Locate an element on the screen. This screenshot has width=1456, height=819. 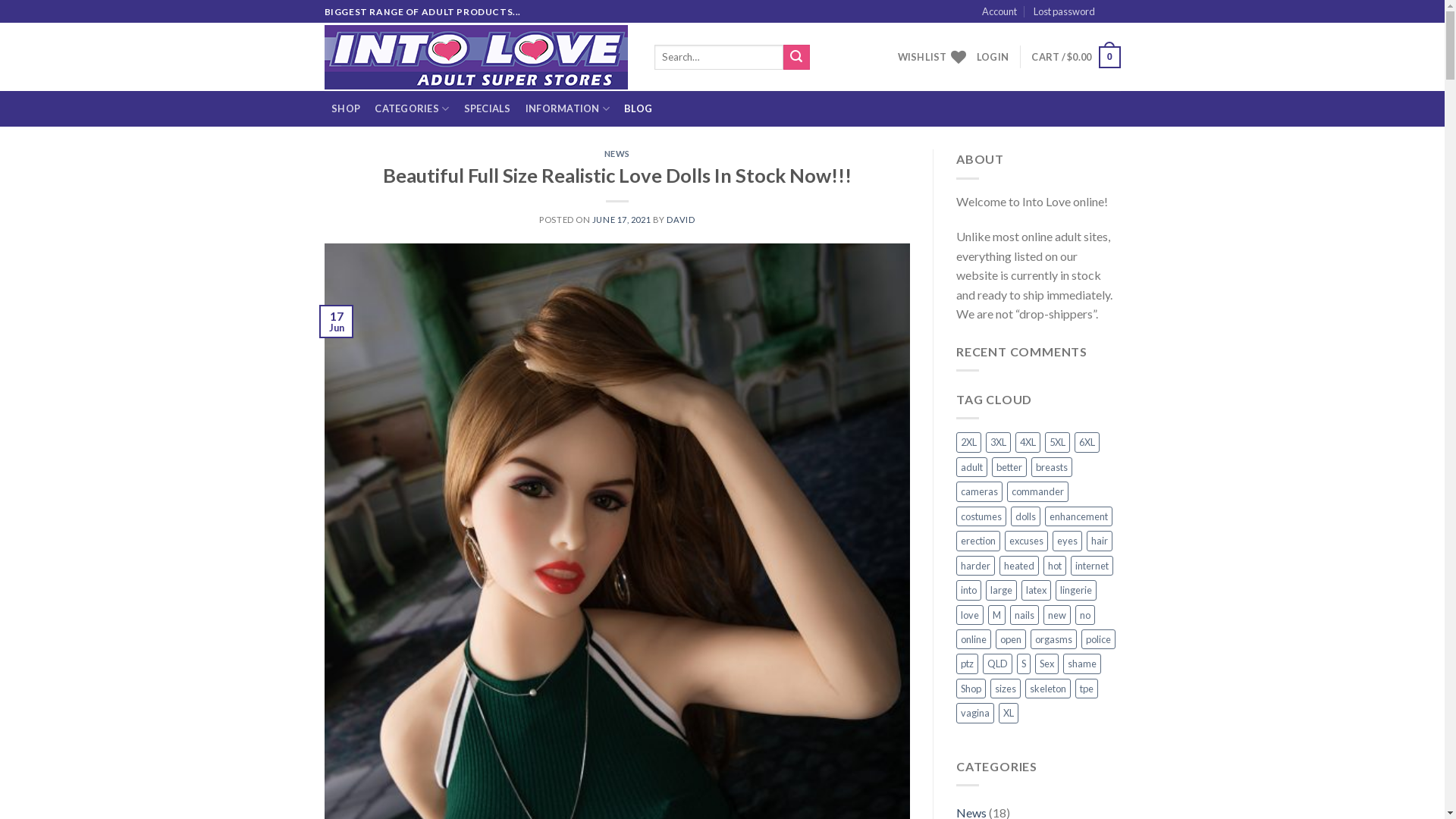
'QLD' is located at coordinates (997, 663).